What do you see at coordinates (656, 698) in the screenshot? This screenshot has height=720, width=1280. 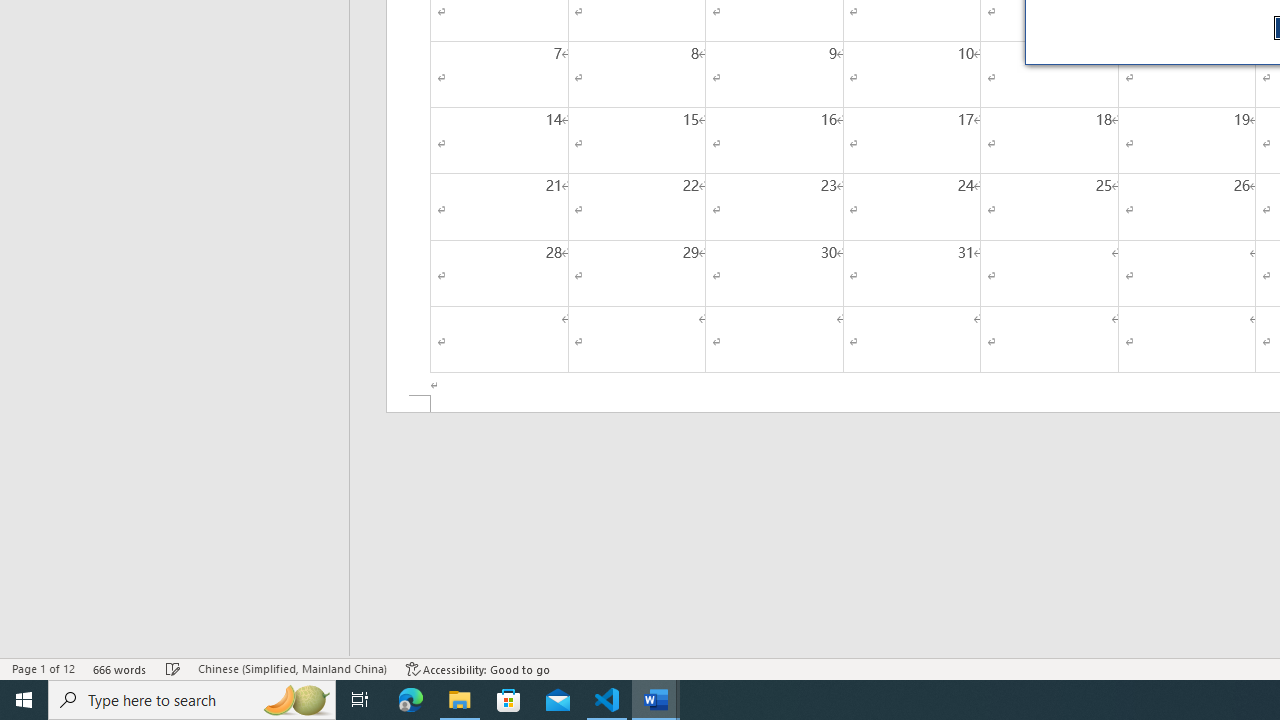 I see `'Word - 2 running windows'` at bounding box center [656, 698].